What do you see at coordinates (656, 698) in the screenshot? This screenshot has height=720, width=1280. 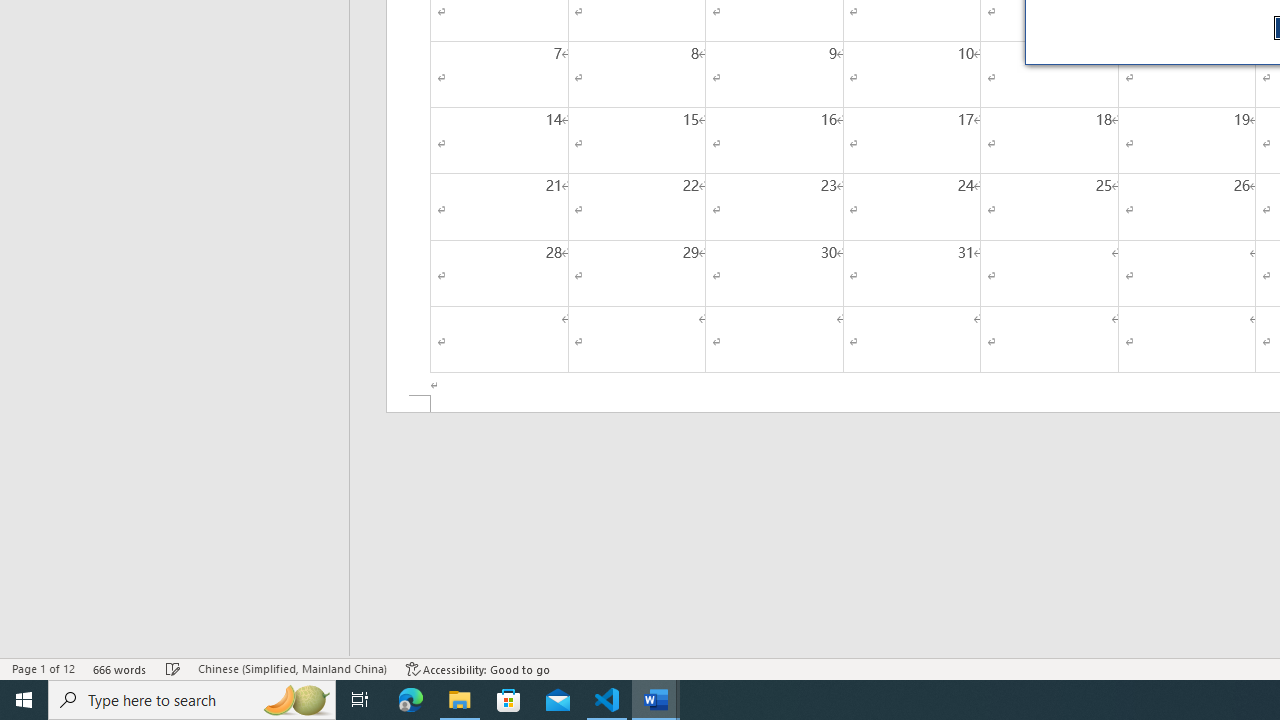 I see `'Word - 2 running windows'` at bounding box center [656, 698].